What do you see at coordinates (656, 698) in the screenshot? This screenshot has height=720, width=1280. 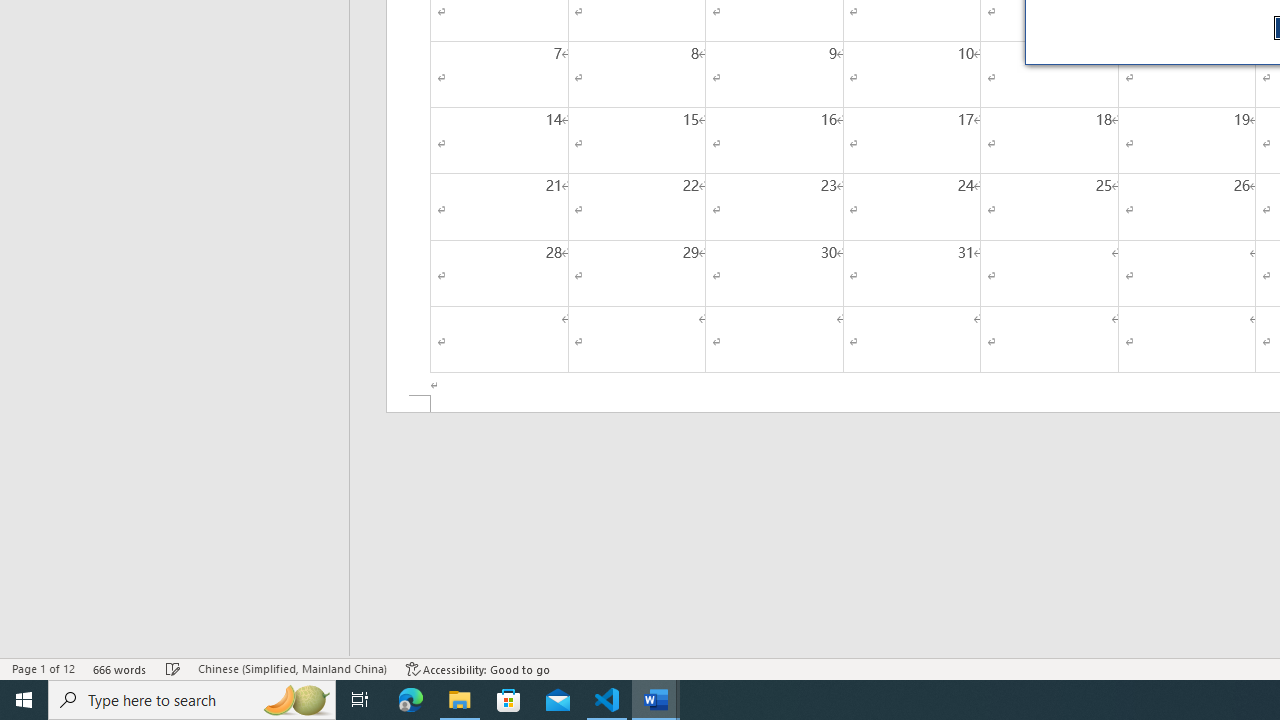 I see `'Word - 2 running windows'` at bounding box center [656, 698].